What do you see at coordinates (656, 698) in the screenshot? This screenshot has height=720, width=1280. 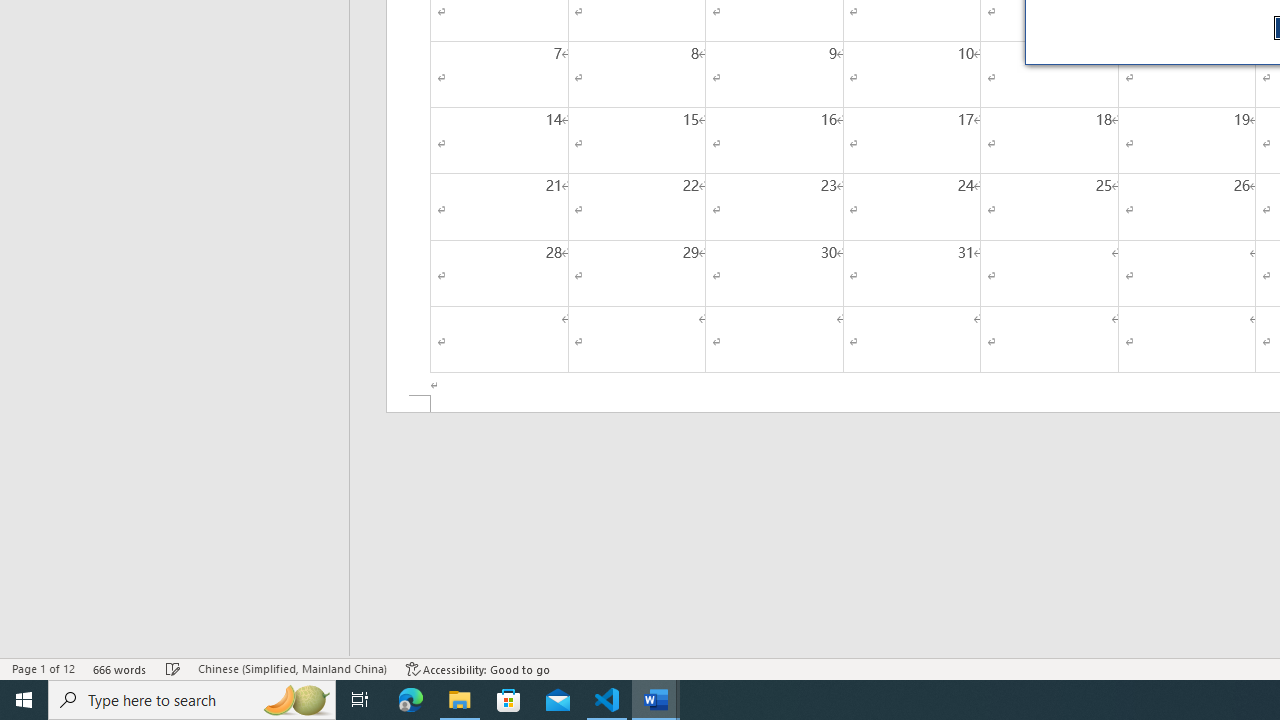 I see `'Word - 2 running windows'` at bounding box center [656, 698].